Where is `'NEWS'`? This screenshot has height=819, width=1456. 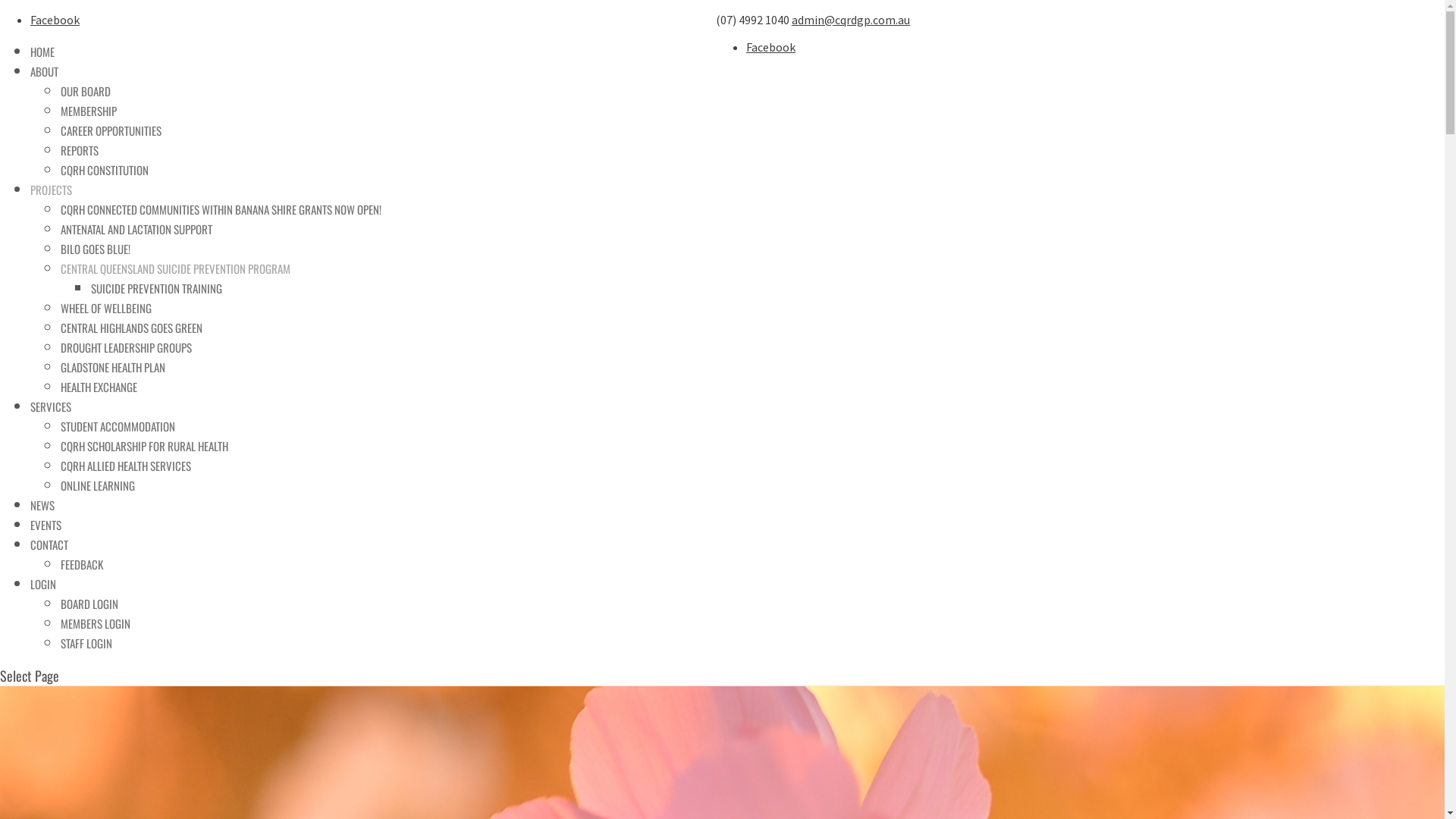 'NEWS' is located at coordinates (42, 505).